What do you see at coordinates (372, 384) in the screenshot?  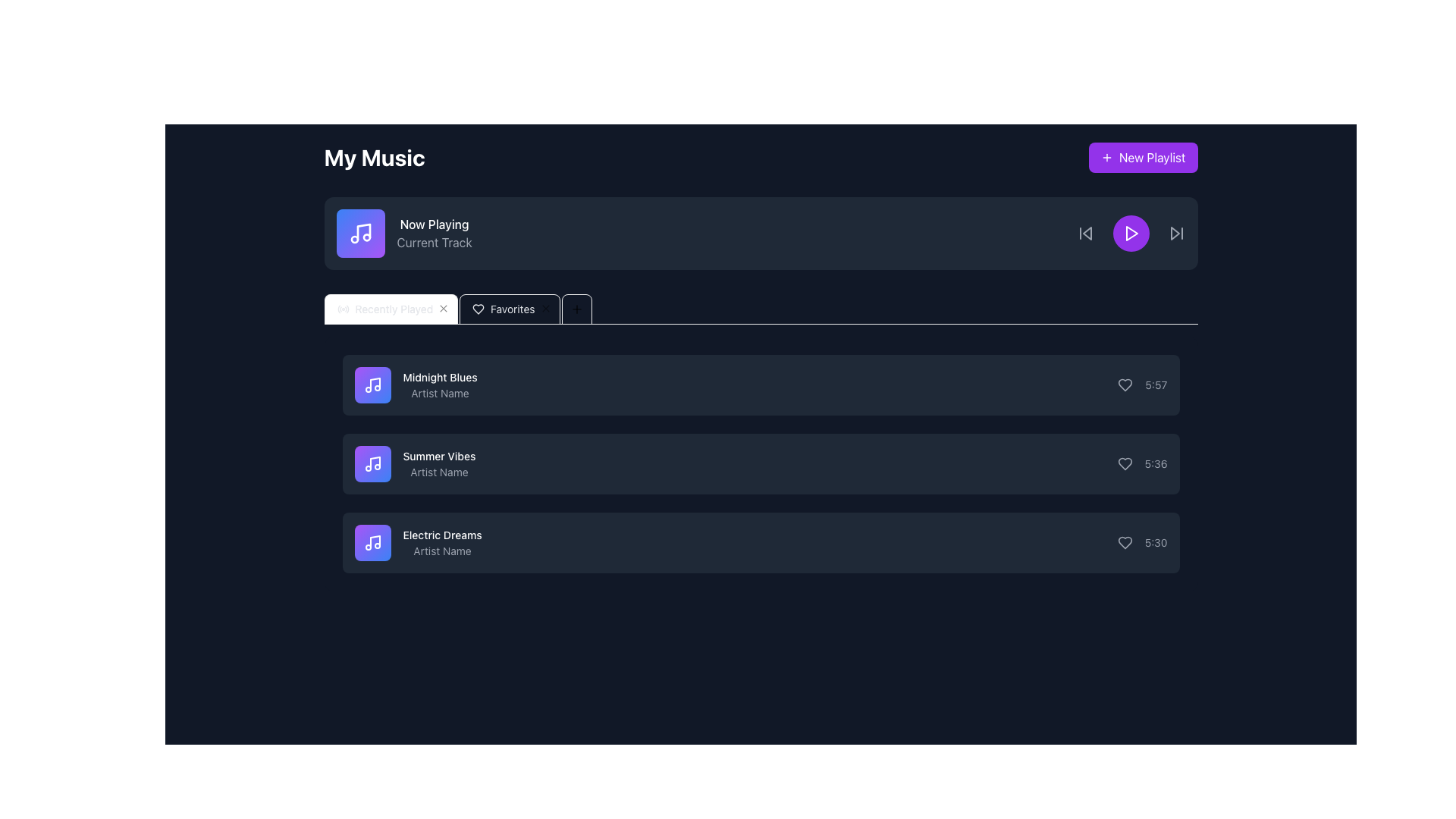 I see `the music icon in the 'Now Playing' section, which signifies the current track` at bounding box center [372, 384].